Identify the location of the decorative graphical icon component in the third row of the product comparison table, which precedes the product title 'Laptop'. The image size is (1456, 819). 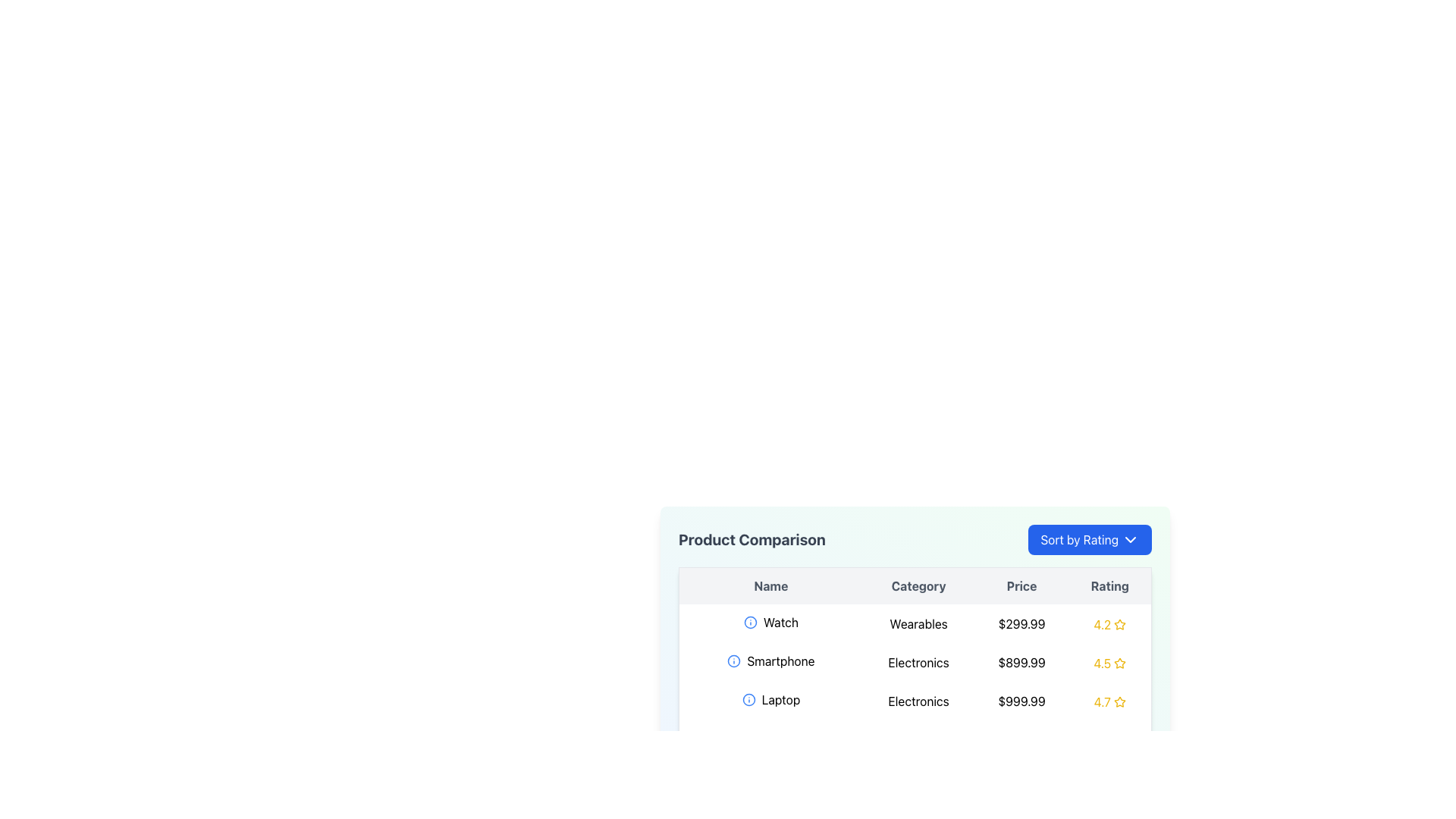
(748, 699).